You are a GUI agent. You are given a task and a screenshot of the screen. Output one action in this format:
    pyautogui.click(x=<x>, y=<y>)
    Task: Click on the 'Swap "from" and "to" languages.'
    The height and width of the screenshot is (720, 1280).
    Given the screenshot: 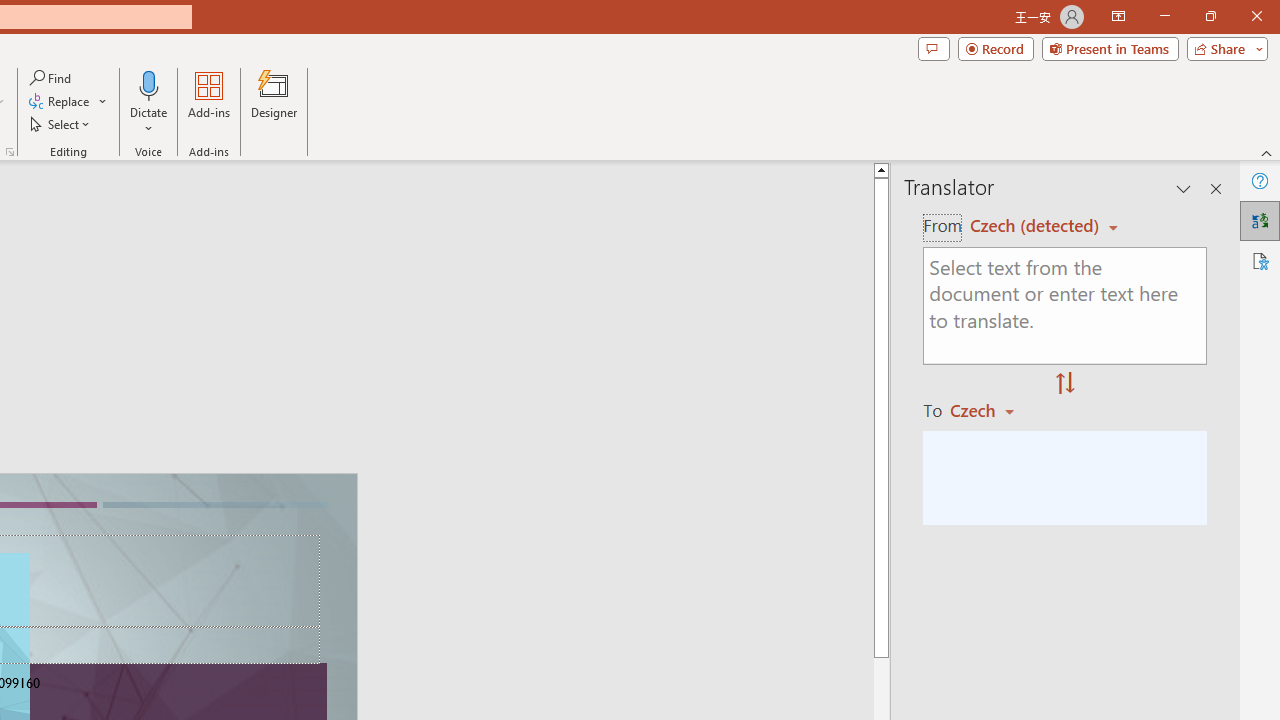 What is the action you would take?
    pyautogui.click(x=1064, y=384)
    